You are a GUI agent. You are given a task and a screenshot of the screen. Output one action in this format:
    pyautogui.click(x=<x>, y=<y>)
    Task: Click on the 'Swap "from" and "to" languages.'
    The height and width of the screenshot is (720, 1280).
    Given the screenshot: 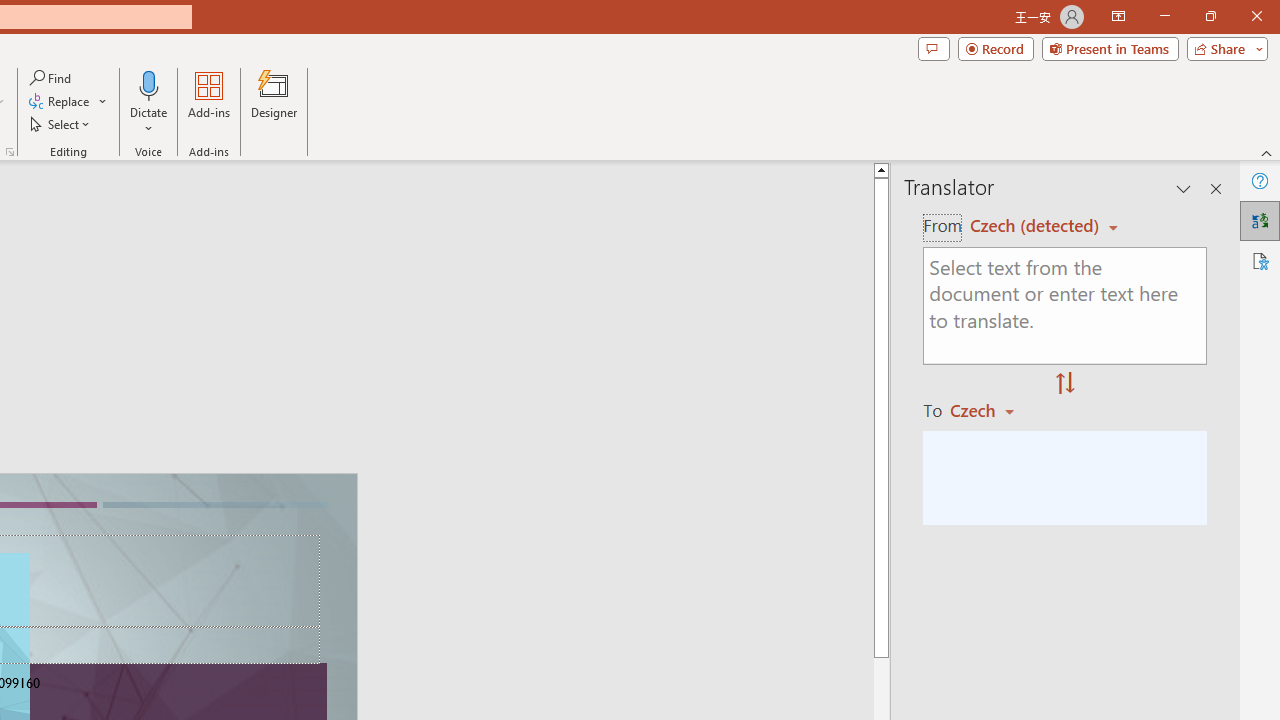 What is the action you would take?
    pyautogui.click(x=1064, y=384)
    